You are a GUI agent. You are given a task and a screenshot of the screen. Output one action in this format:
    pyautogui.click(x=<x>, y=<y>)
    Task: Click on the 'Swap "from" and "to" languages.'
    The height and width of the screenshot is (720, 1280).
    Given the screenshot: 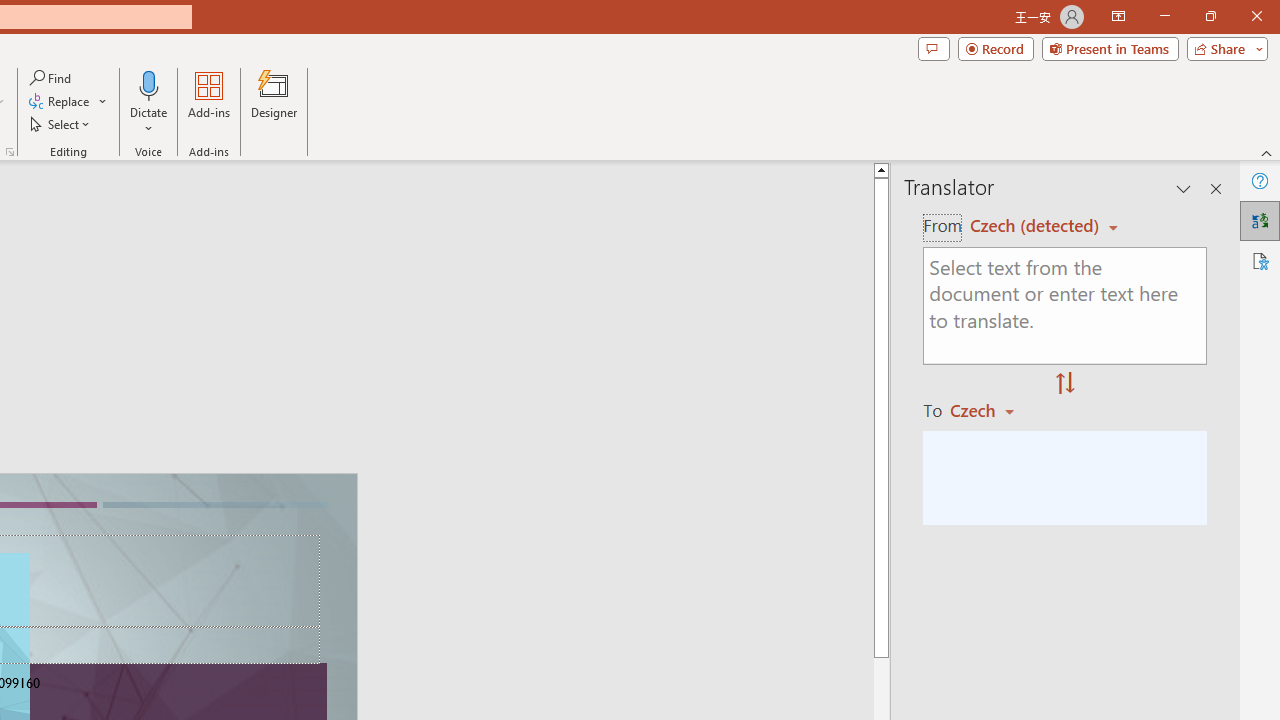 What is the action you would take?
    pyautogui.click(x=1064, y=384)
    